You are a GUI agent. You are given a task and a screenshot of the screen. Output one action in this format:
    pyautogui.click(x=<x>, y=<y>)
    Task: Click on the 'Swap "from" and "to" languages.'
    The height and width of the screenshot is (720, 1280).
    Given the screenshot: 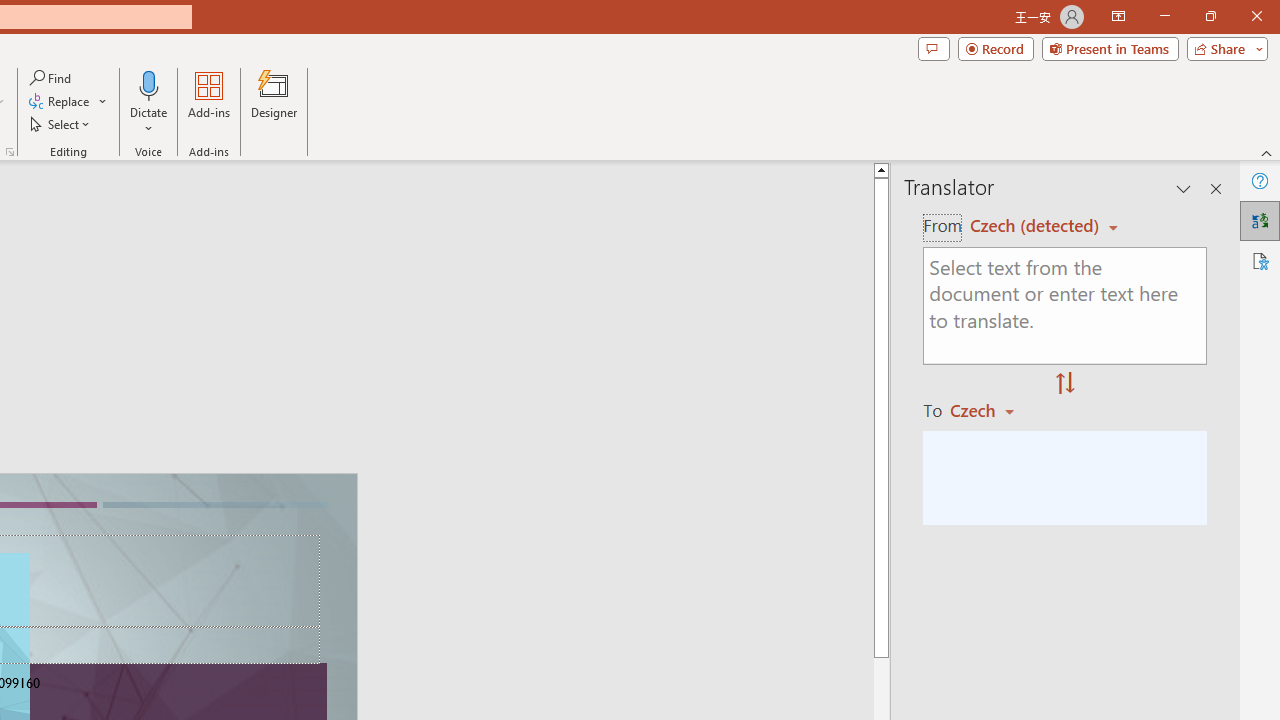 What is the action you would take?
    pyautogui.click(x=1064, y=384)
    